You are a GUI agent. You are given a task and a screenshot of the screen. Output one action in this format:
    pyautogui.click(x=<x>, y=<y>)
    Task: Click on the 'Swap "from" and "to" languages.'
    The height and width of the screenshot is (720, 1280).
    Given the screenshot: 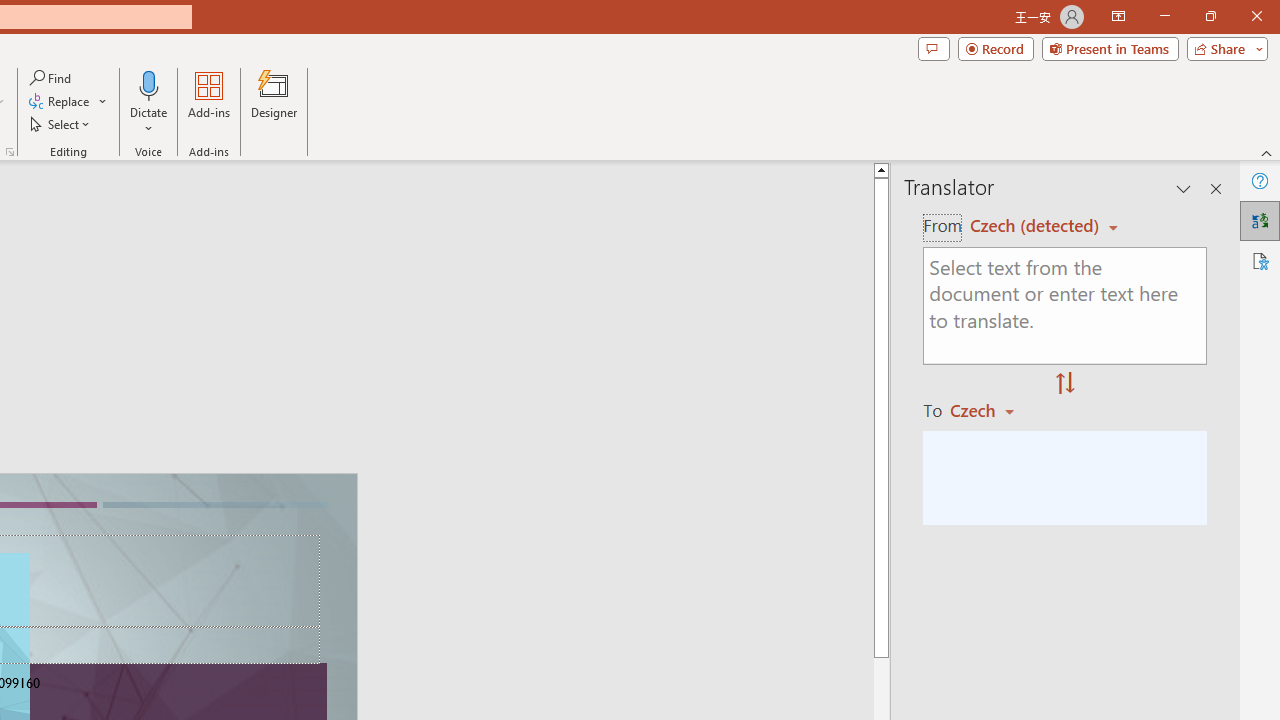 What is the action you would take?
    pyautogui.click(x=1064, y=384)
    